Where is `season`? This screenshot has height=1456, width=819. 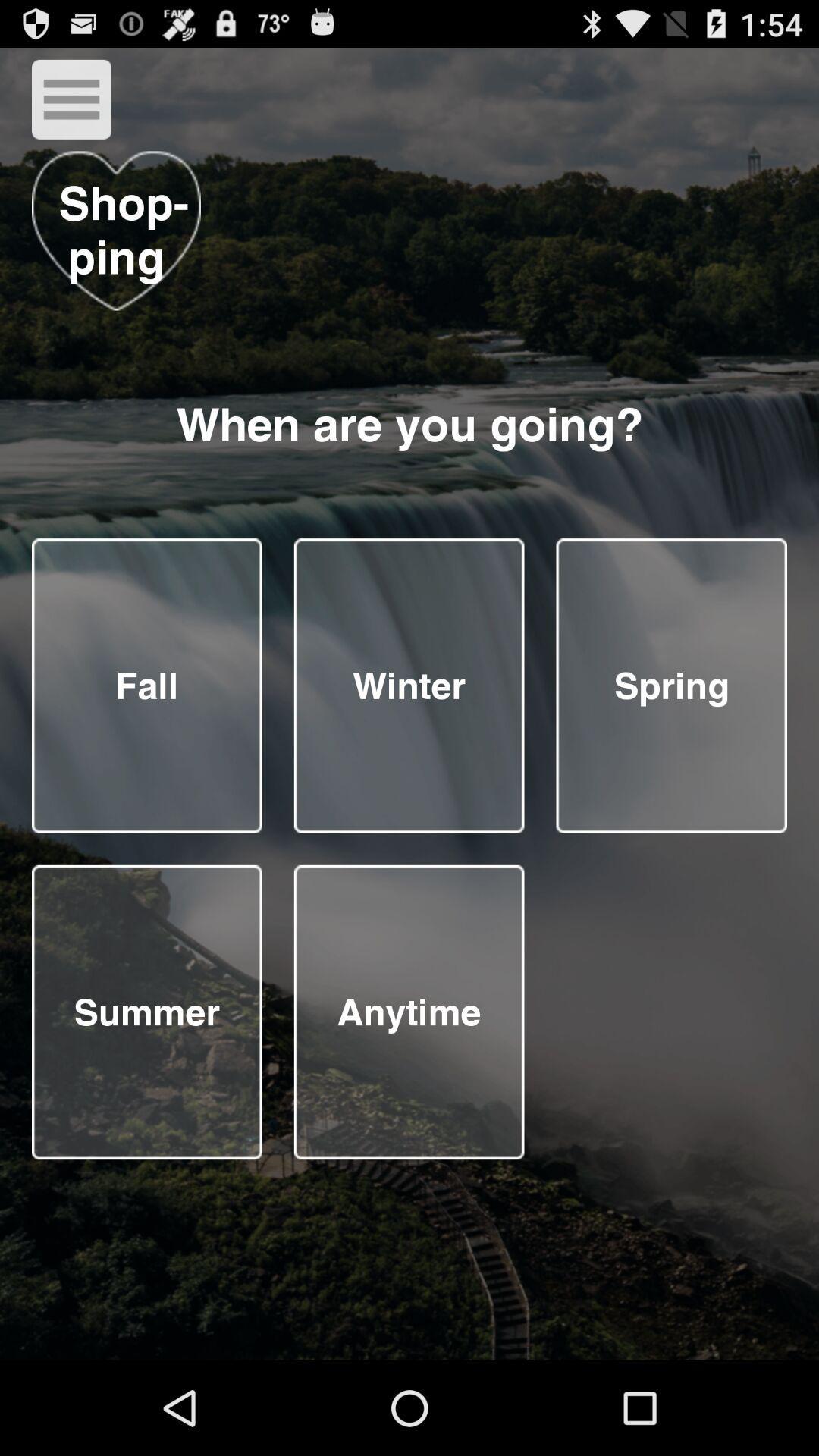 season is located at coordinates (408, 685).